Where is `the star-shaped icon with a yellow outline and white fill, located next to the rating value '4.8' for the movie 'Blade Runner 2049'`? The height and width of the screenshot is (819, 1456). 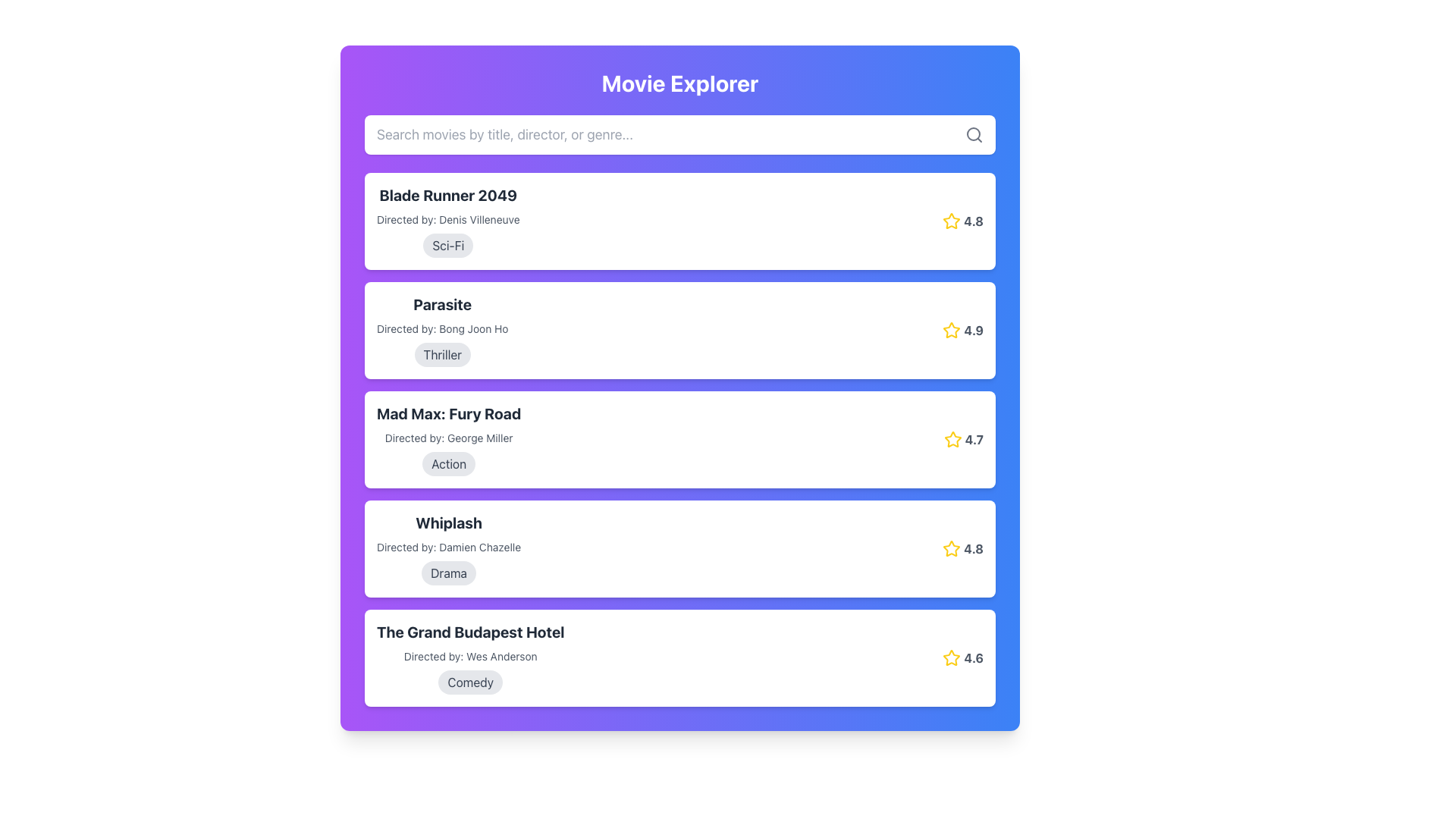 the star-shaped icon with a yellow outline and white fill, located next to the rating value '4.8' for the movie 'Blade Runner 2049' is located at coordinates (951, 221).